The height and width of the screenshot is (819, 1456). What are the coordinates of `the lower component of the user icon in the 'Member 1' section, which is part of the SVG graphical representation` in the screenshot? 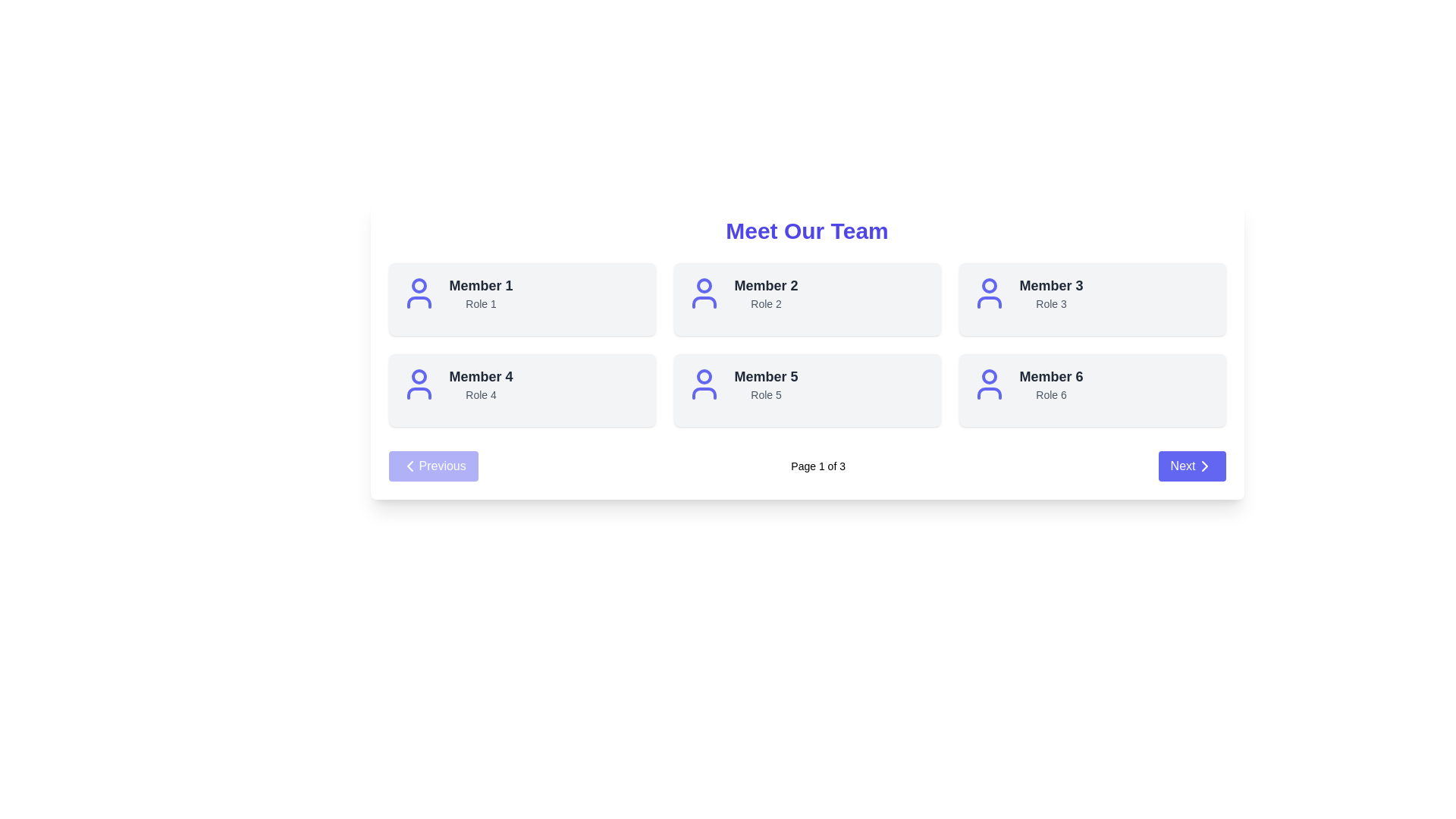 It's located at (419, 302).